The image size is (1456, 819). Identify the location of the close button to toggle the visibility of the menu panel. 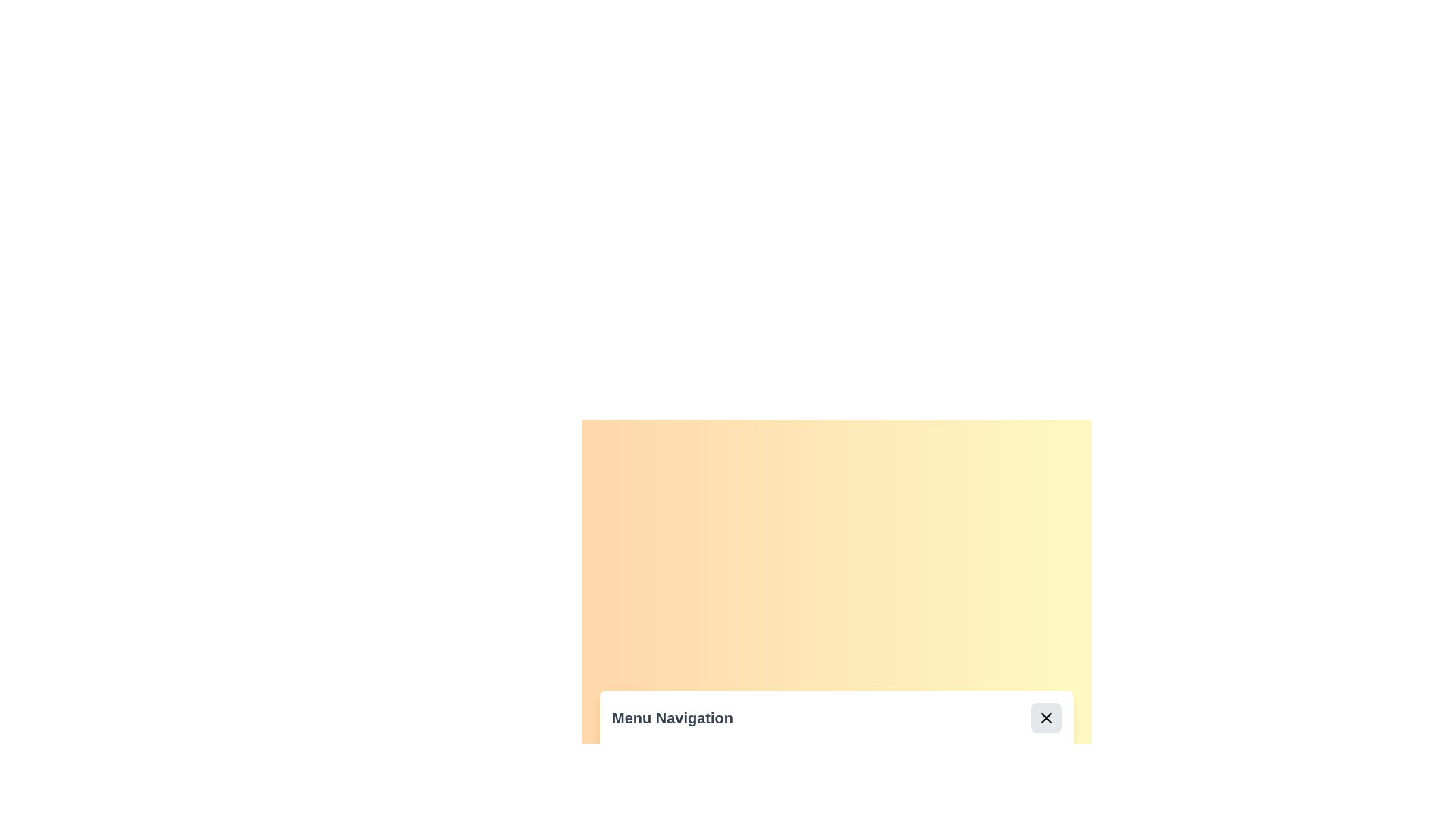
(1046, 717).